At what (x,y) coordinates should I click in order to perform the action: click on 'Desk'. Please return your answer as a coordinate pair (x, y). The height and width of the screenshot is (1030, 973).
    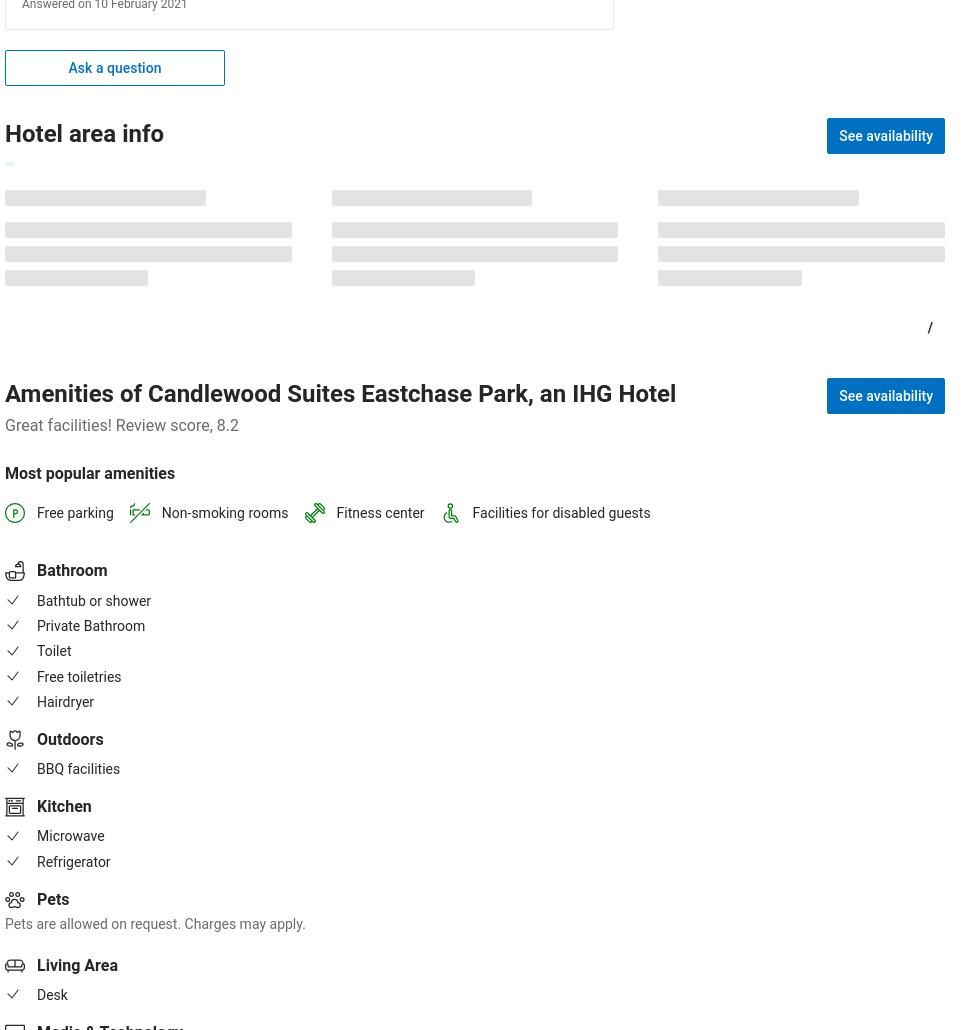
    Looking at the image, I should click on (36, 992).